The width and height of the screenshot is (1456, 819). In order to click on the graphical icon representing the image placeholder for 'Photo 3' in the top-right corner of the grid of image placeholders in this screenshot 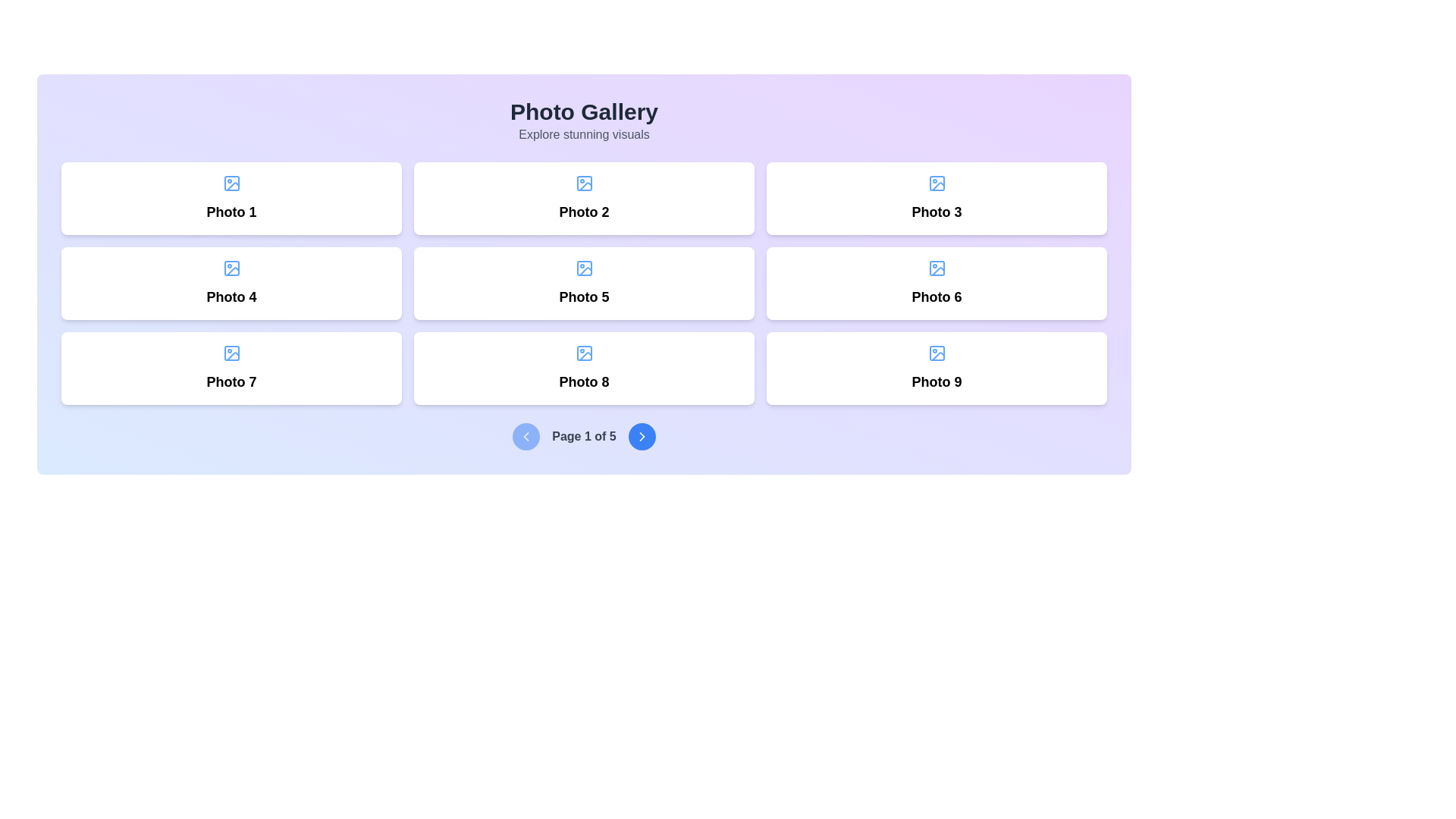, I will do `click(936, 183)`.